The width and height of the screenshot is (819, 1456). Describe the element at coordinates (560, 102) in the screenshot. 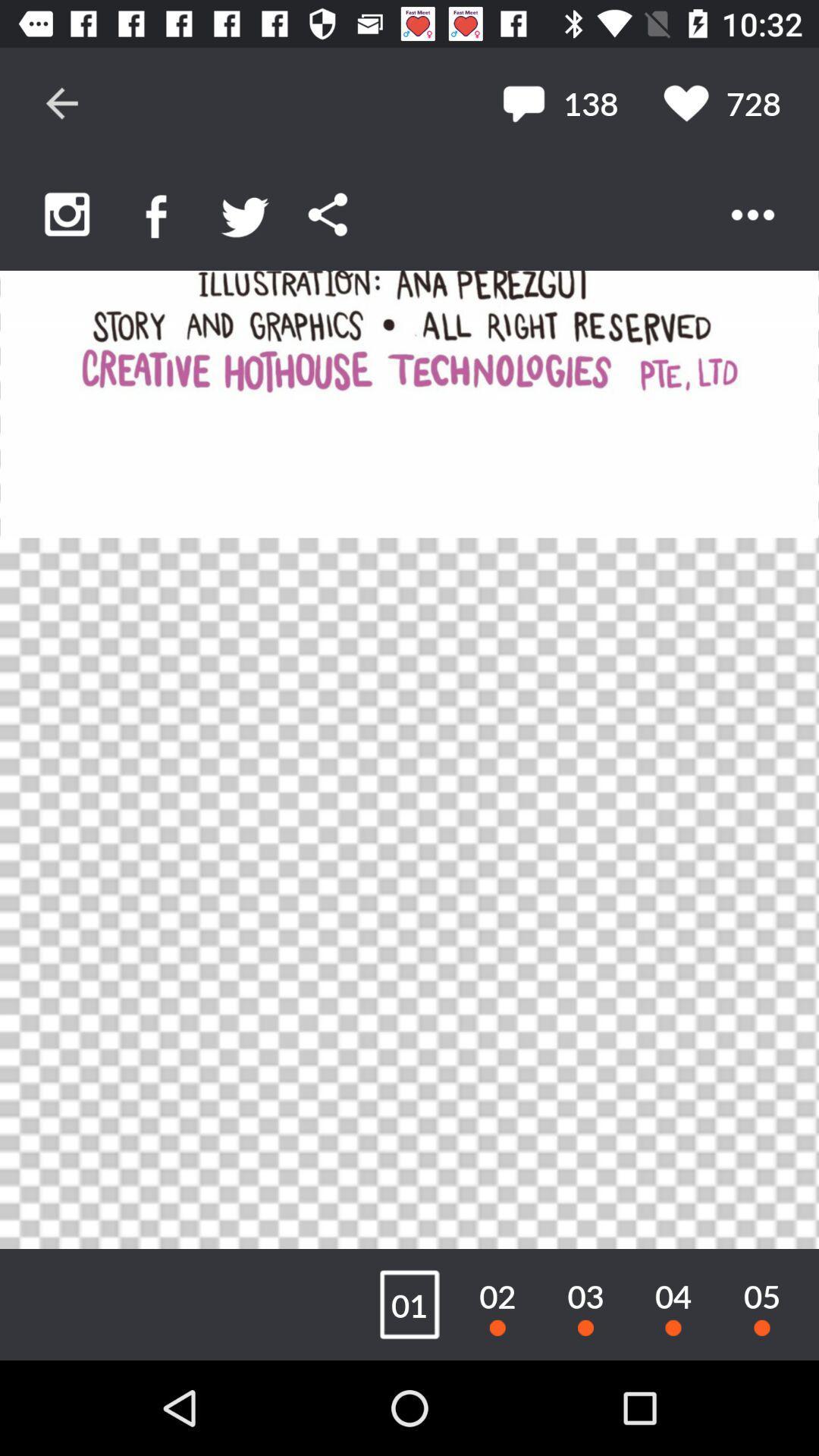

I see `138` at that location.